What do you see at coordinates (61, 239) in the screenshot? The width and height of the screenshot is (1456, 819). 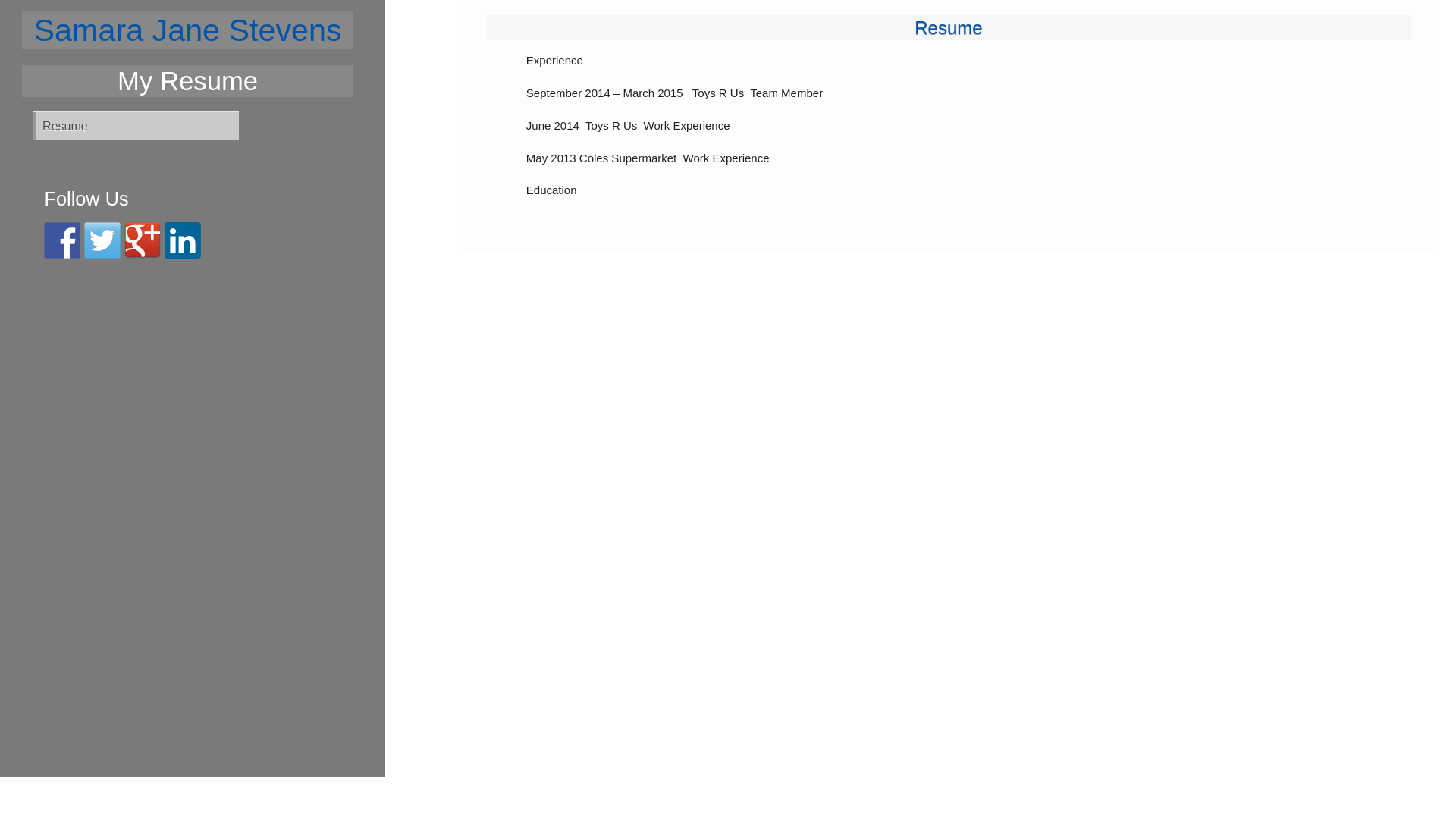 I see `'Follow us on Facebook'` at bounding box center [61, 239].